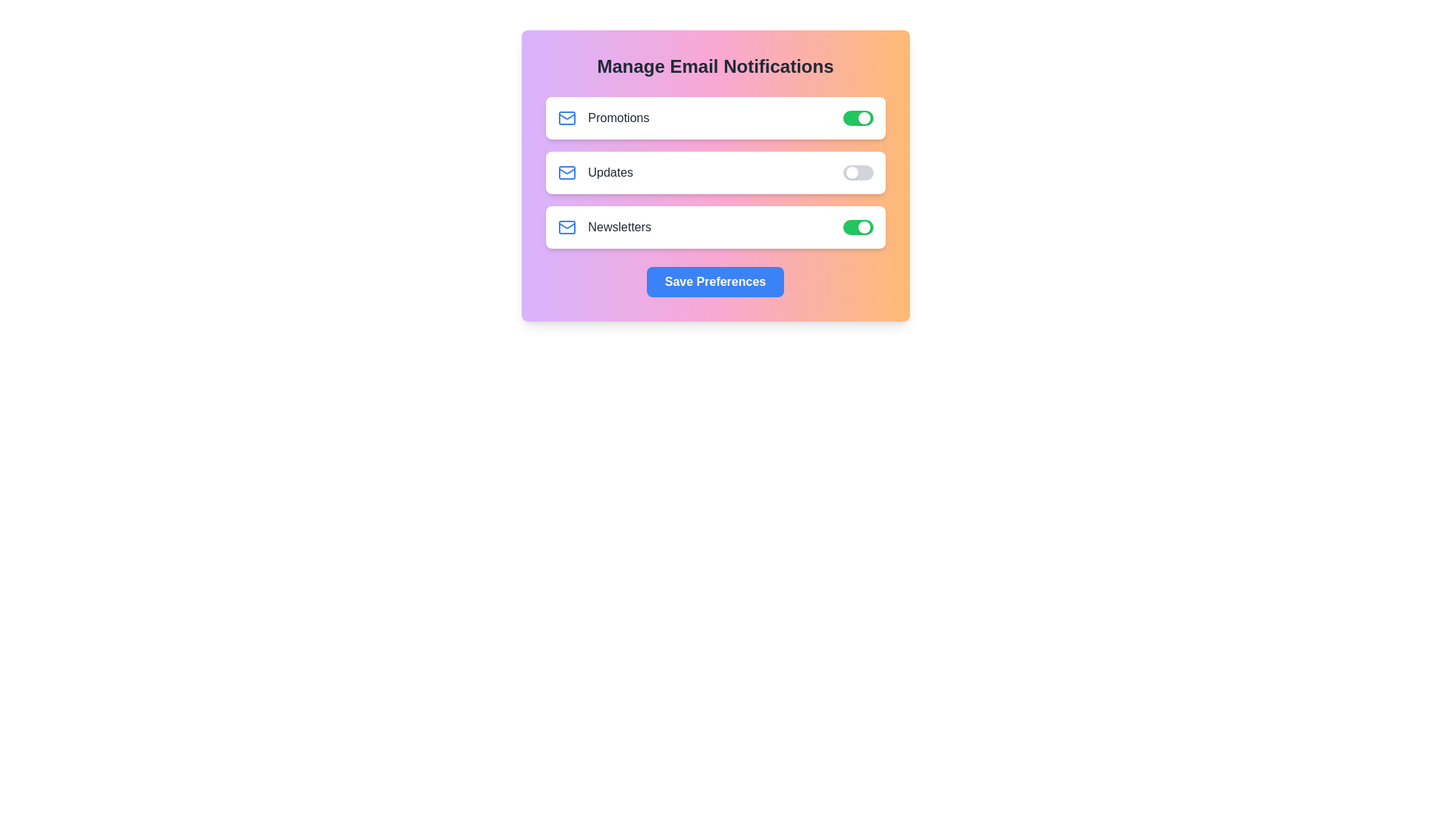  What do you see at coordinates (714, 281) in the screenshot?
I see `the Save Preferences section to observe its hover effect` at bounding box center [714, 281].